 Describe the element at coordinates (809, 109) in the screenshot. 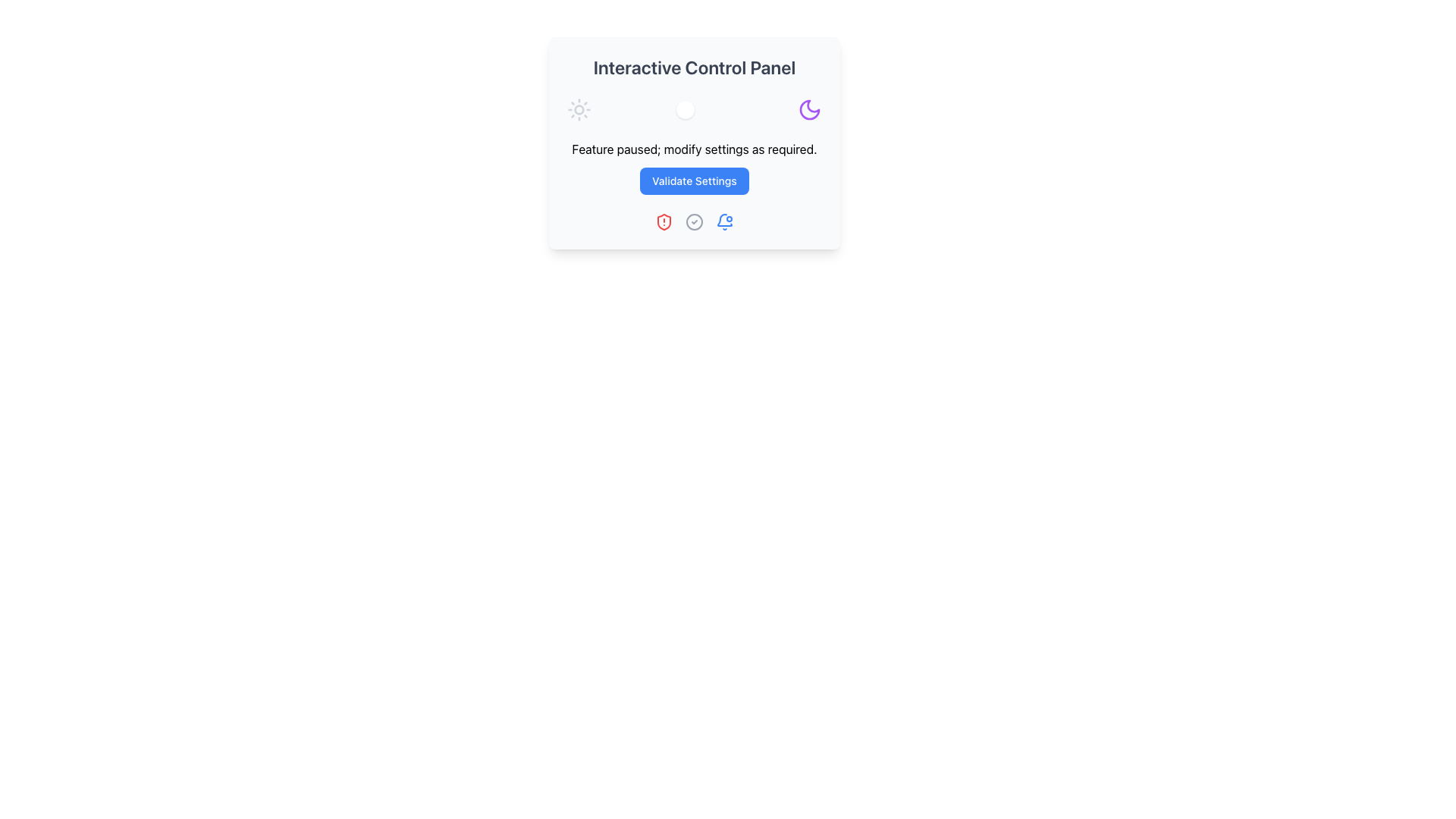

I see `the purple crescent moon icon located at the top-right corner of the 'Interactive Control Panel' card` at that location.